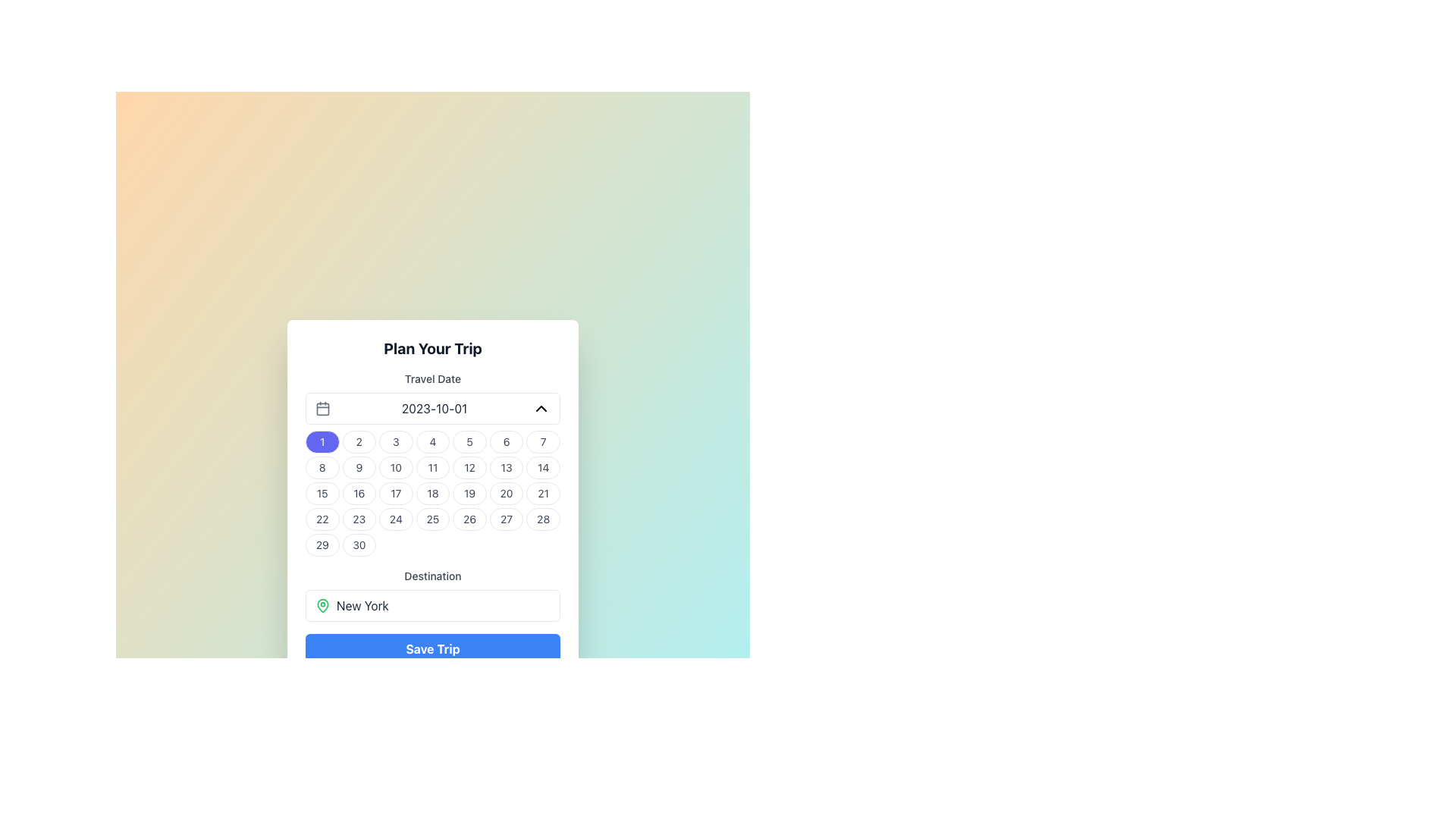  What do you see at coordinates (432, 494) in the screenshot?
I see `the button in the fifth row, fourth column of the calendar grid` at bounding box center [432, 494].